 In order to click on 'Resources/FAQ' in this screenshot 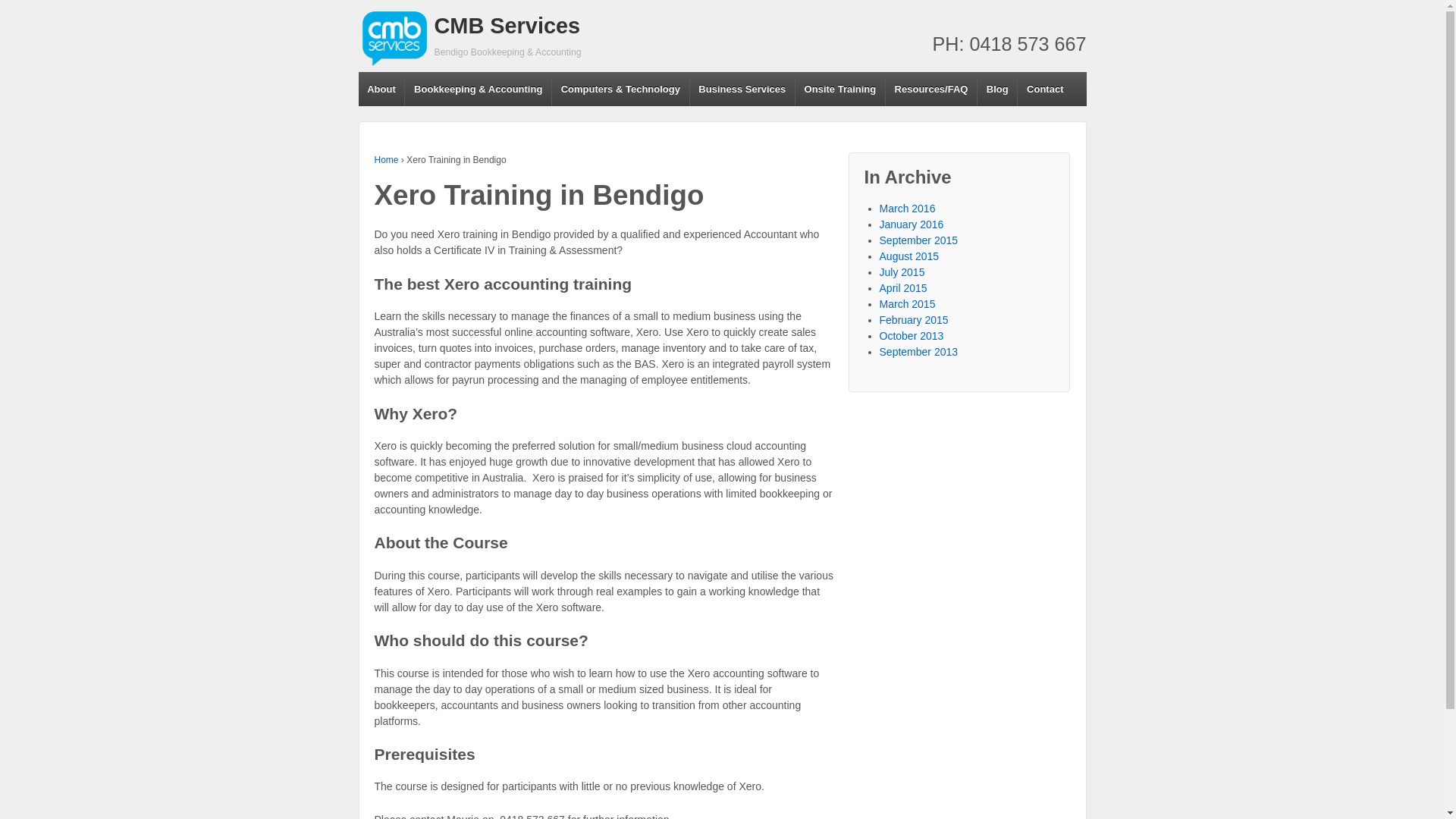, I will do `click(930, 89)`.